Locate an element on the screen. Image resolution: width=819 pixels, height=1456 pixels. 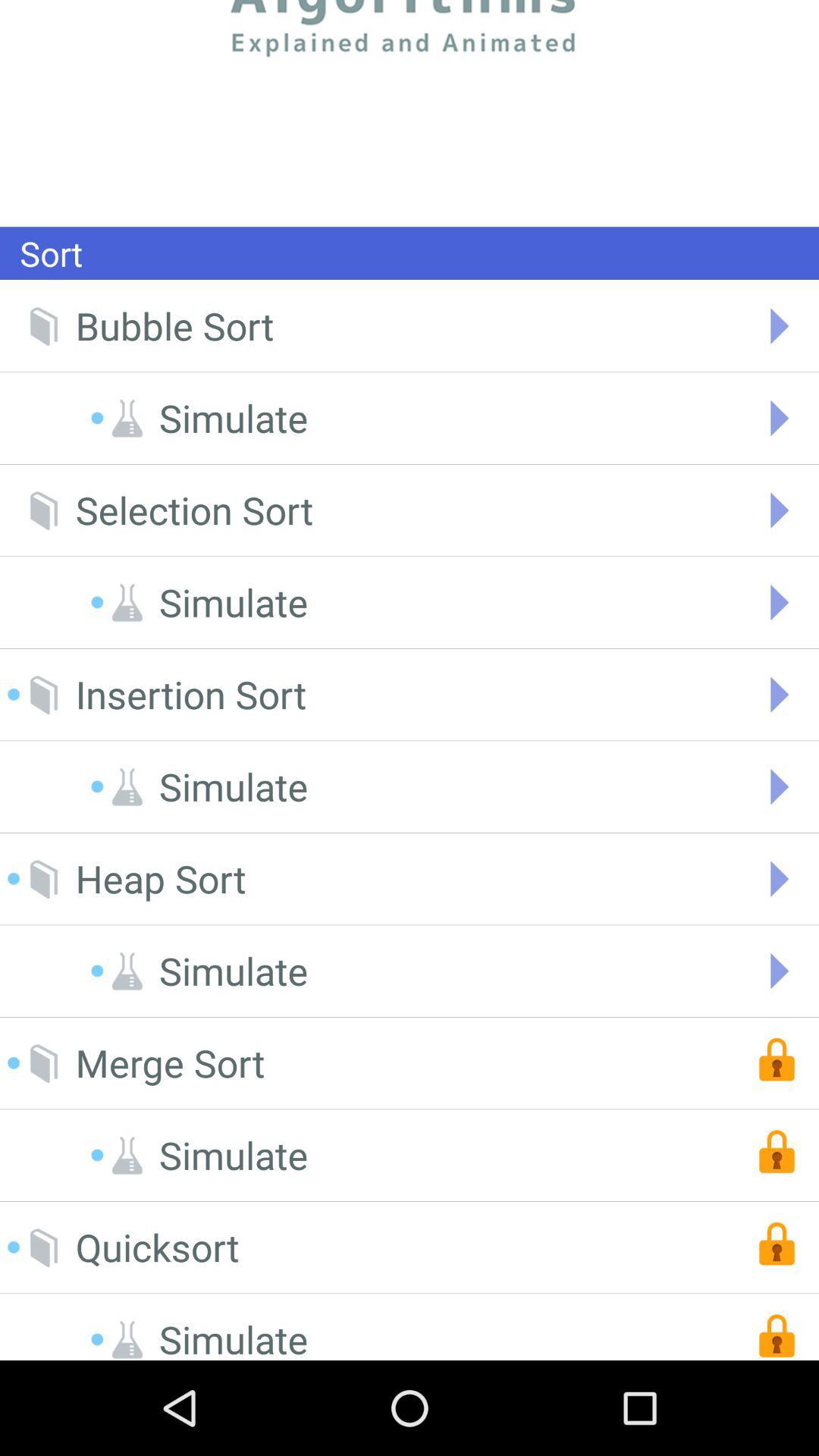
the item at the top is located at coordinates (409, 112).